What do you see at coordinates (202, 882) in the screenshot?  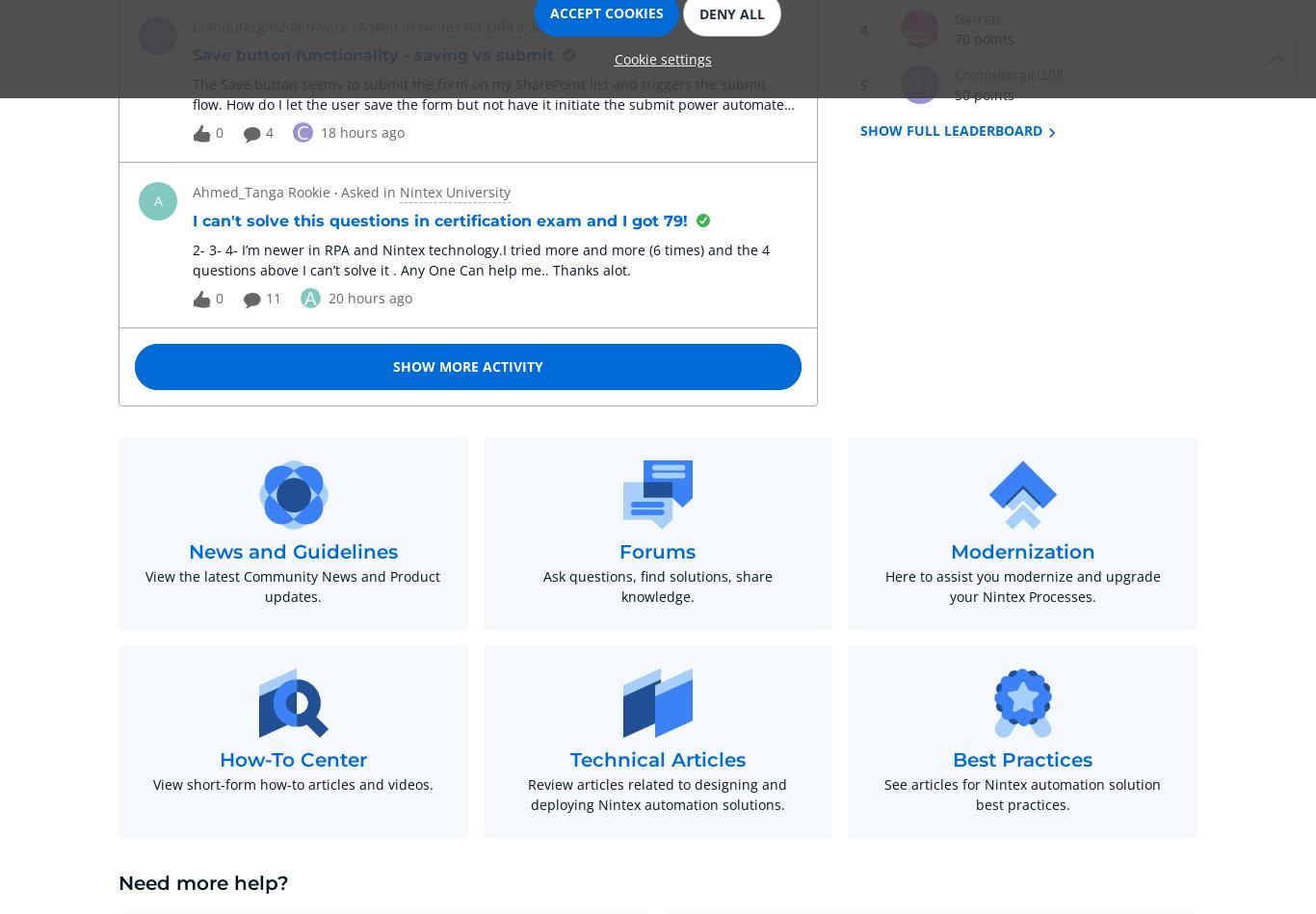 I see `'Need more help?'` at bounding box center [202, 882].